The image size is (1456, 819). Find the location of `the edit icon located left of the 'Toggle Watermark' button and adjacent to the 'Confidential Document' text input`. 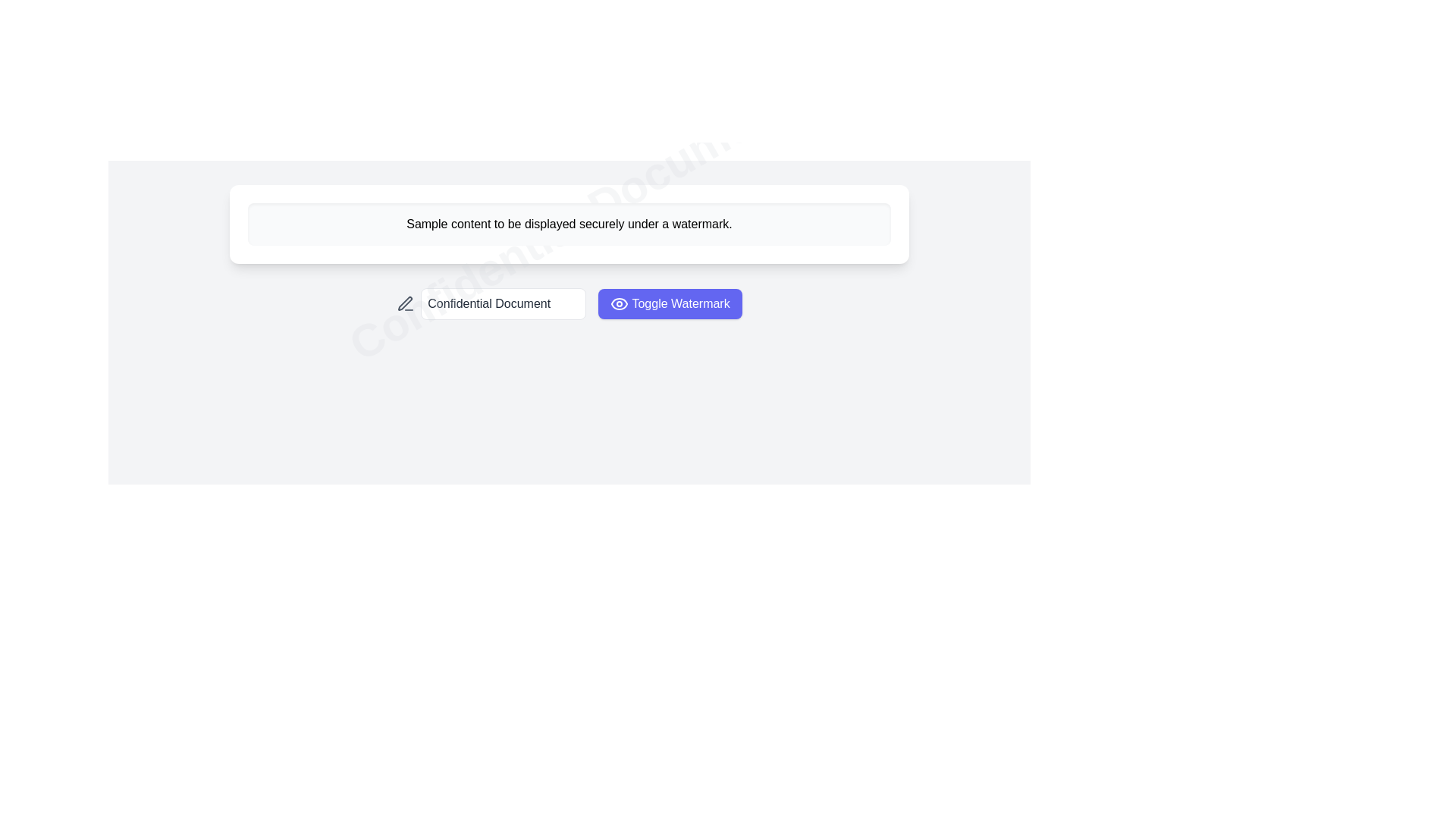

the edit icon located left of the 'Toggle Watermark' button and adjacent to the 'Confidential Document' text input is located at coordinates (406, 304).